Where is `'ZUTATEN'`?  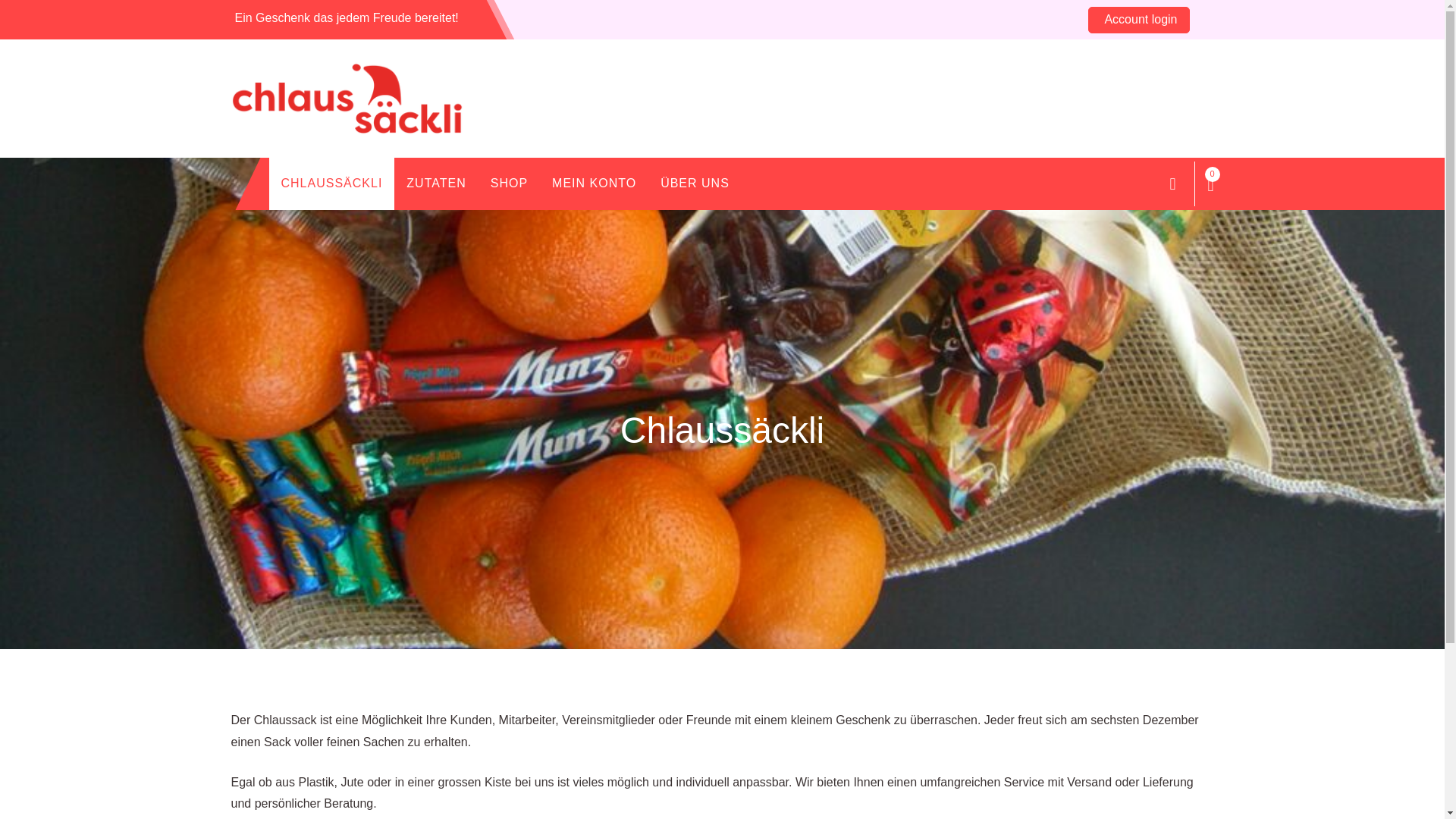
'ZUTATEN' is located at coordinates (394, 183).